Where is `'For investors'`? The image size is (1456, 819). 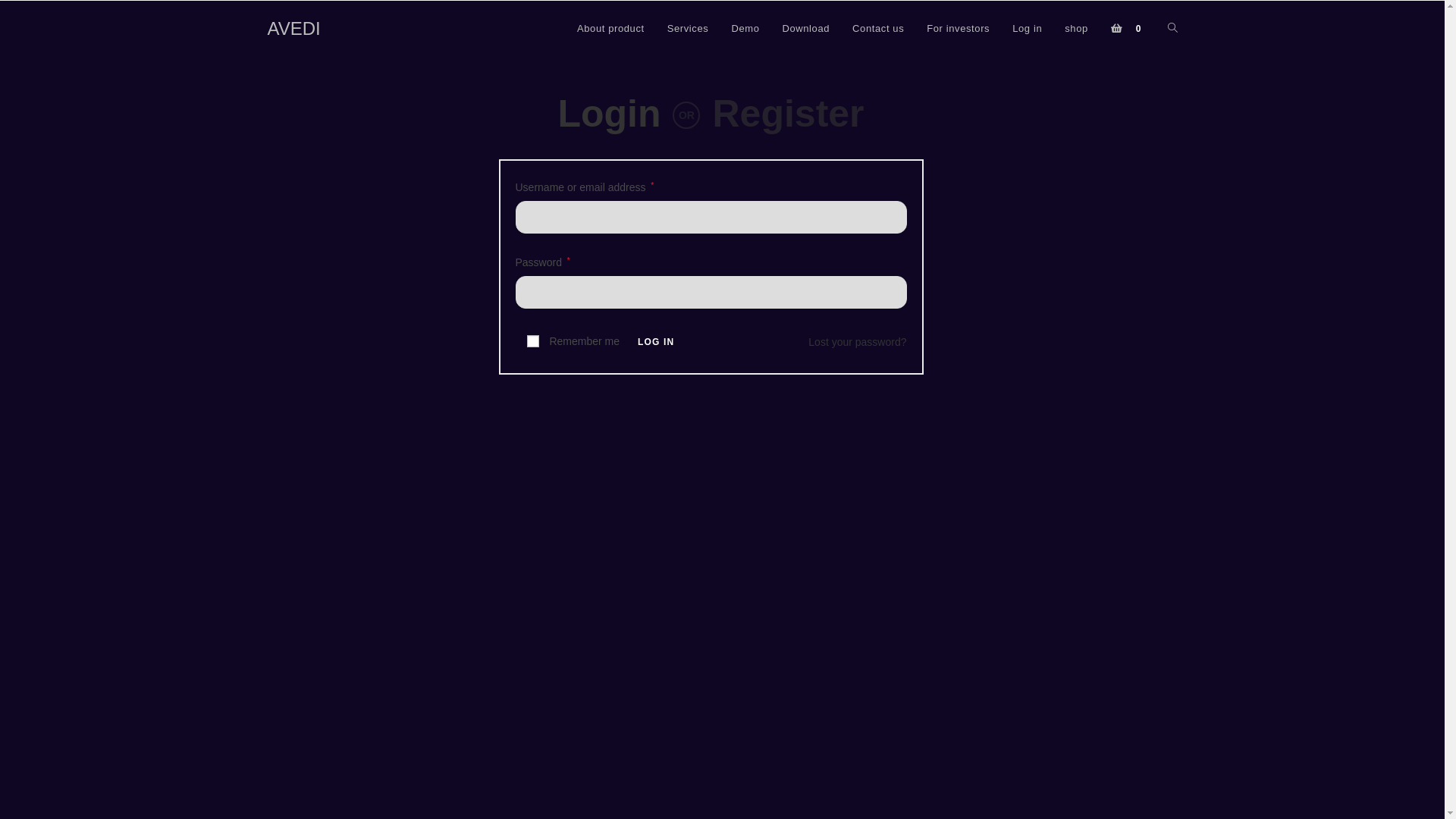 'For investors' is located at coordinates (957, 29).